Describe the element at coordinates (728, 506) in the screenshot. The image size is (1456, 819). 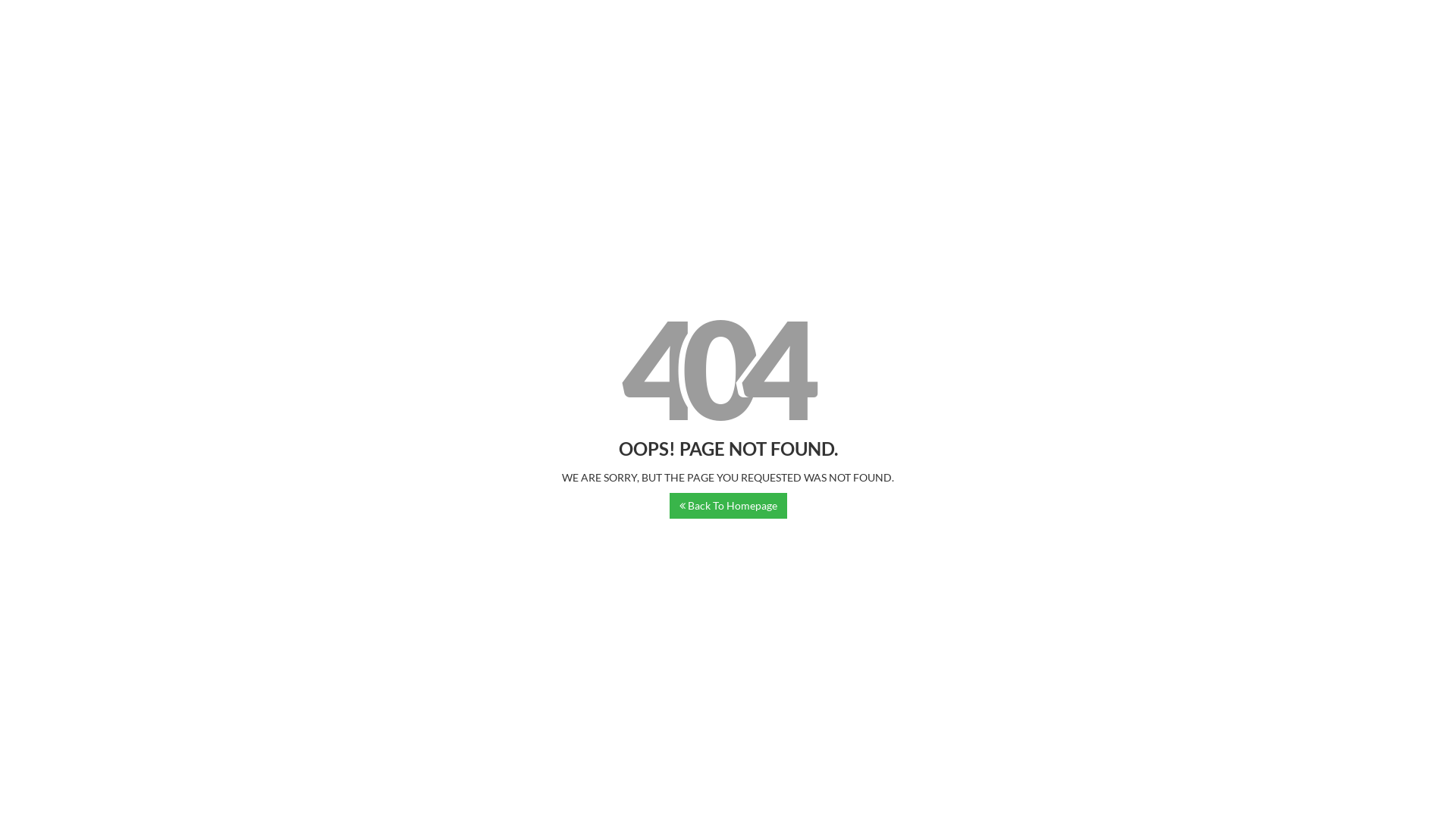
I see `'Back To Homepage'` at that location.